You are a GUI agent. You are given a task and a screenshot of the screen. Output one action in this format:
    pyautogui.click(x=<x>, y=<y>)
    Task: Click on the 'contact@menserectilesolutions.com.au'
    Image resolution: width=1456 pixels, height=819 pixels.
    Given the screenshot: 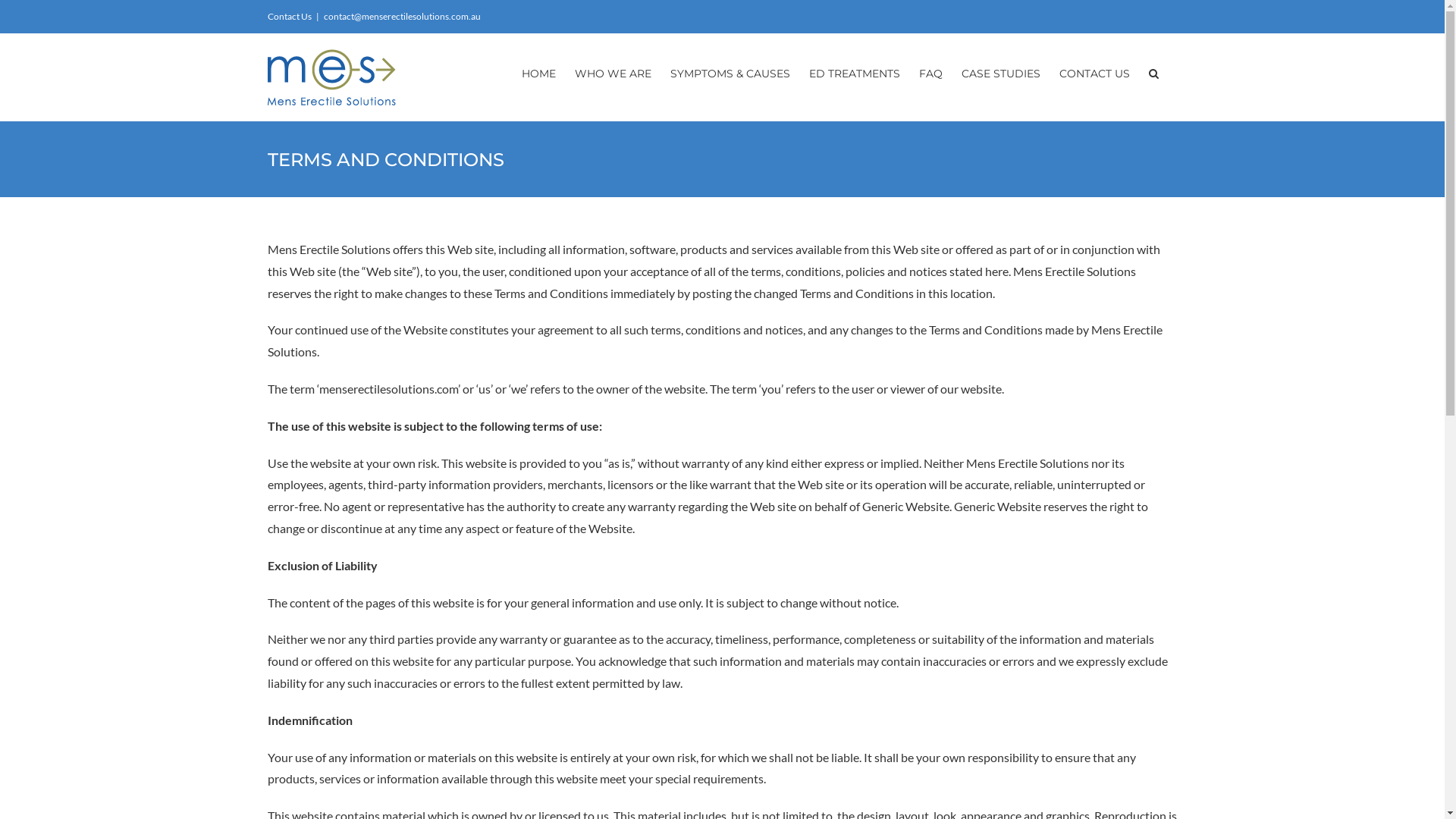 What is the action you would take?
    pyautogui.click(x=401, y=16)
    